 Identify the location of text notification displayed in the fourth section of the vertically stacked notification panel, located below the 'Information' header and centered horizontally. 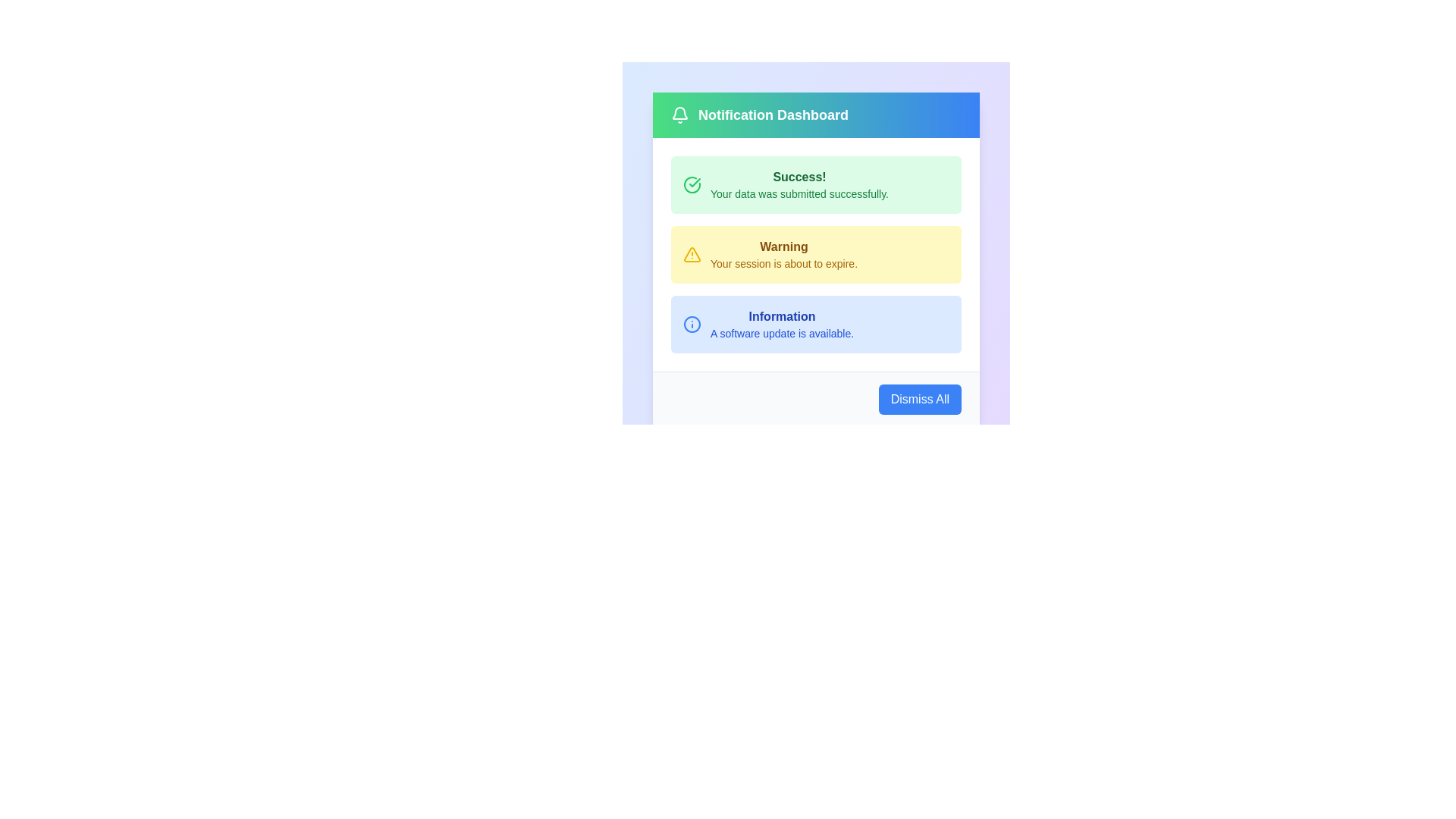
(782, 332).